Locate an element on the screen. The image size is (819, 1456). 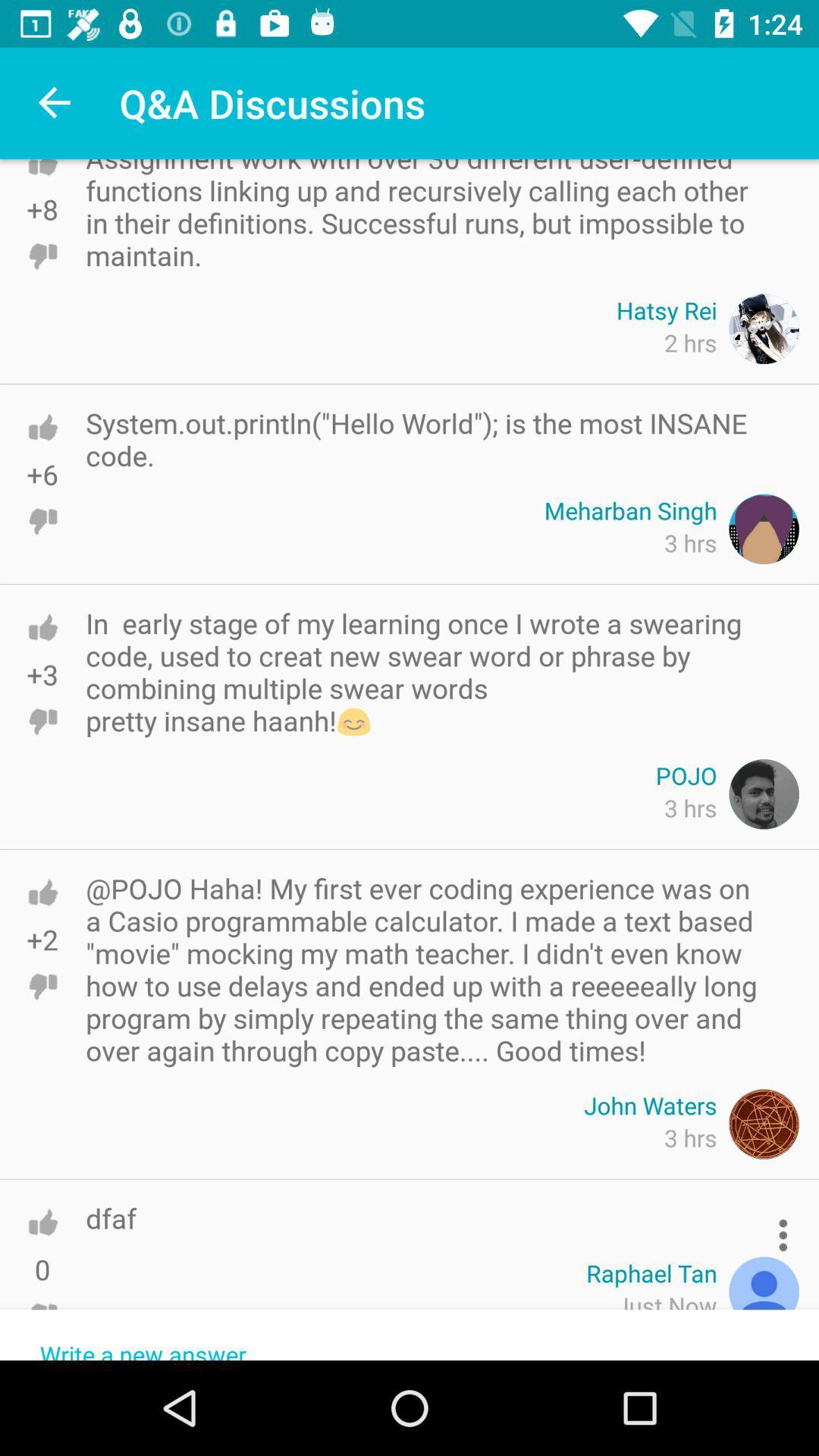
upvote comment is located at coordinates (42, 1222).